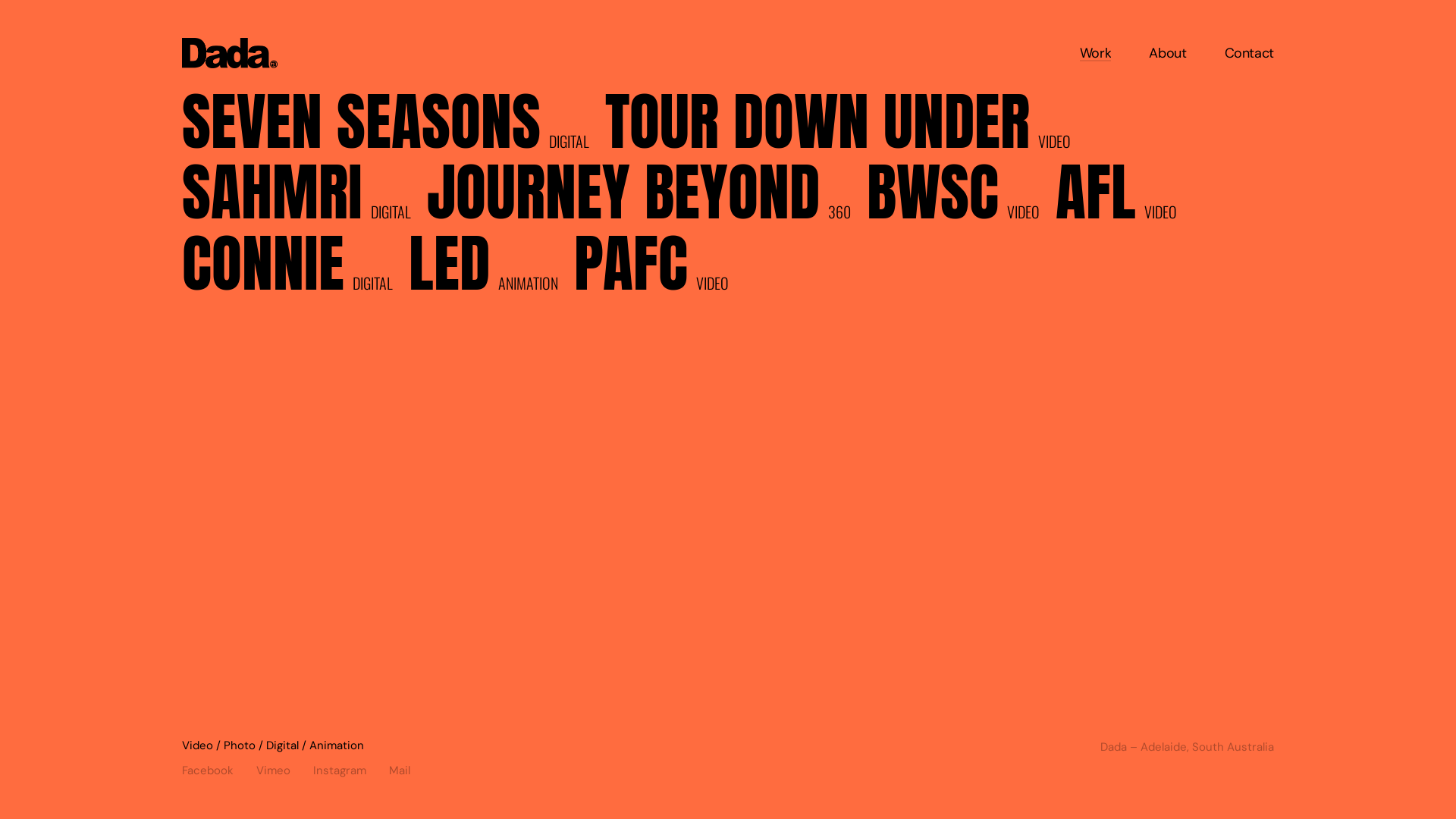 Image resolution: width=1456 pixels, height=819 pixels. Describe the element at coordinates (1095, 52) in the screenshot. I see `'Work'` at that location.